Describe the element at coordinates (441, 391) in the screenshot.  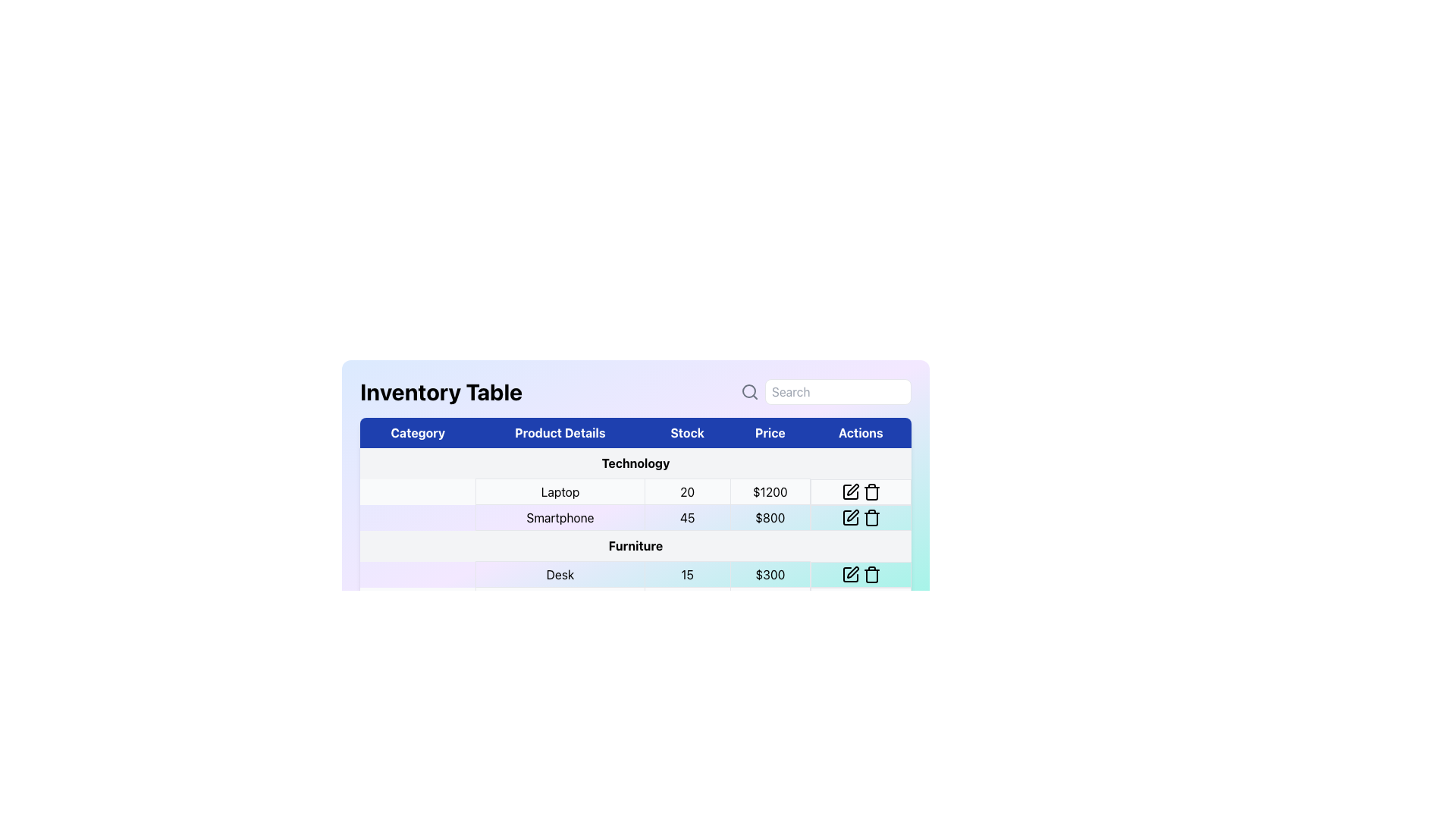
I see `the 'Inventory Table' text field, which is styled as a prominent title in large, bold black font and located near the top-left corner of the interface` at that location.